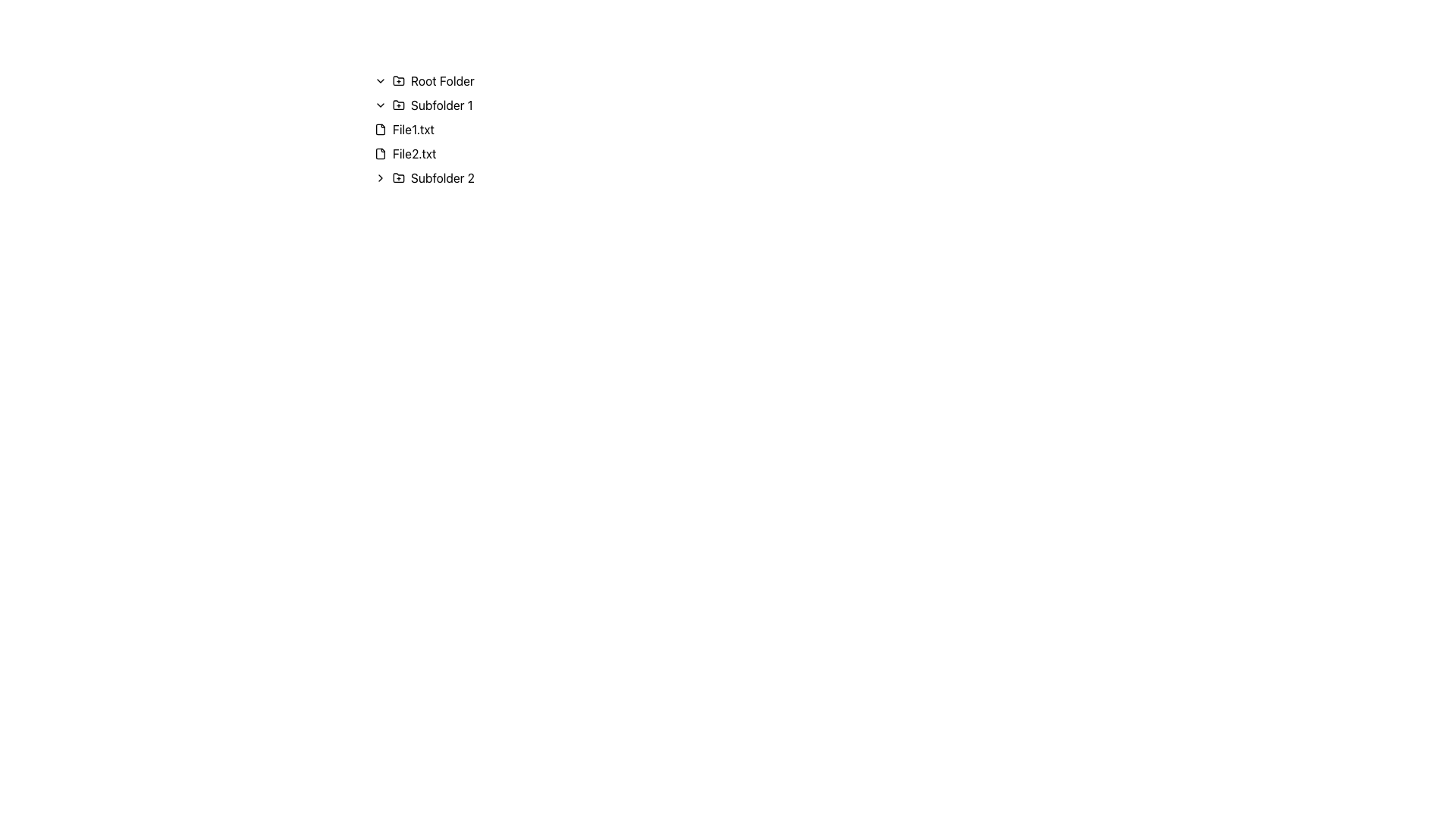 The image size is (1456, 819). Describe the element at coordinates (399, 81) in the screenshot. I see `the folder icon with a plus sign that is in line with the text 'Root Folder' in the hierarchical list` at that location.